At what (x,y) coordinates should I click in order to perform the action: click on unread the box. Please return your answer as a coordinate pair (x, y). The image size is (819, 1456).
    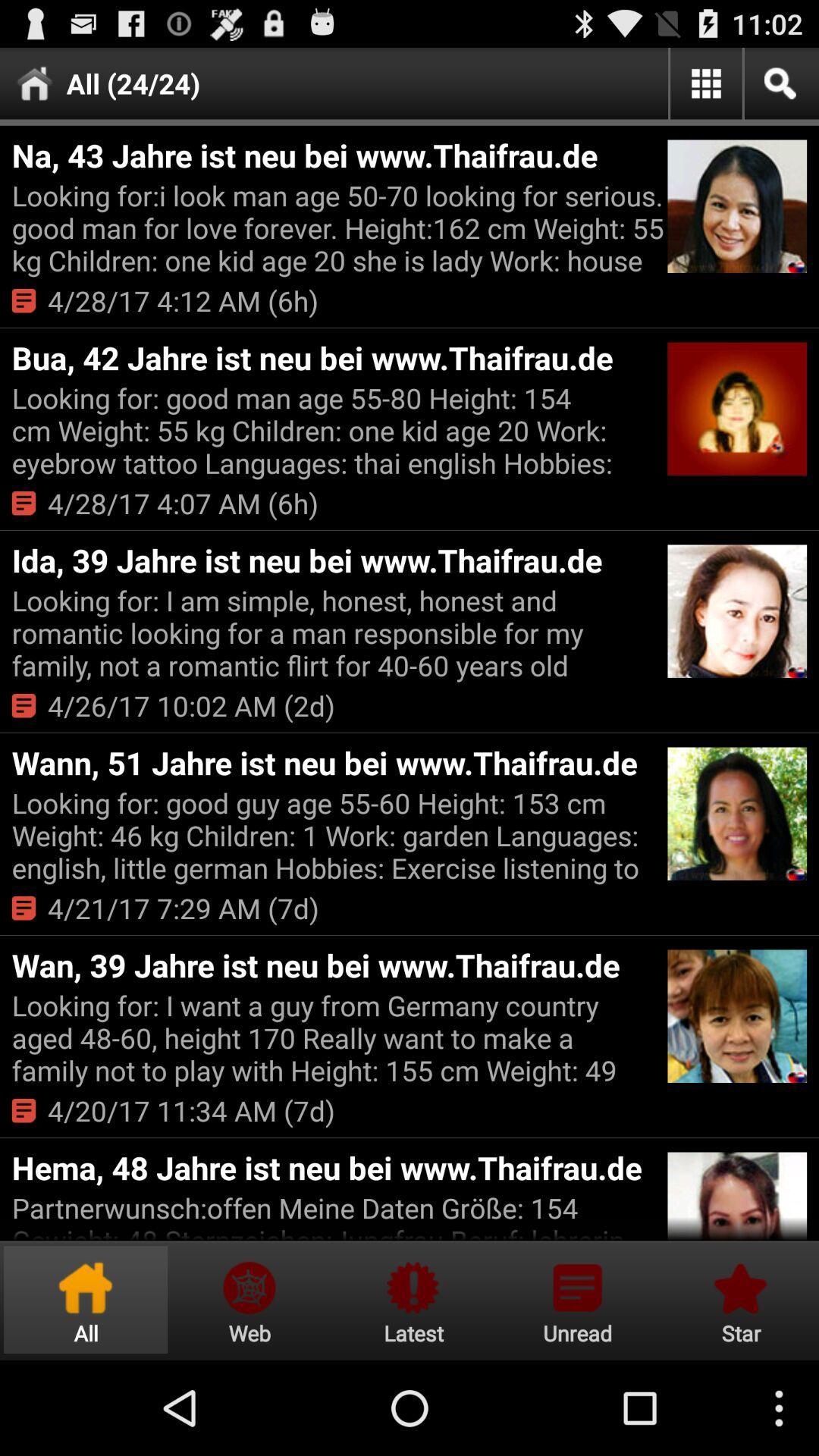
    Looking at the image, I should click on (577, 1299).